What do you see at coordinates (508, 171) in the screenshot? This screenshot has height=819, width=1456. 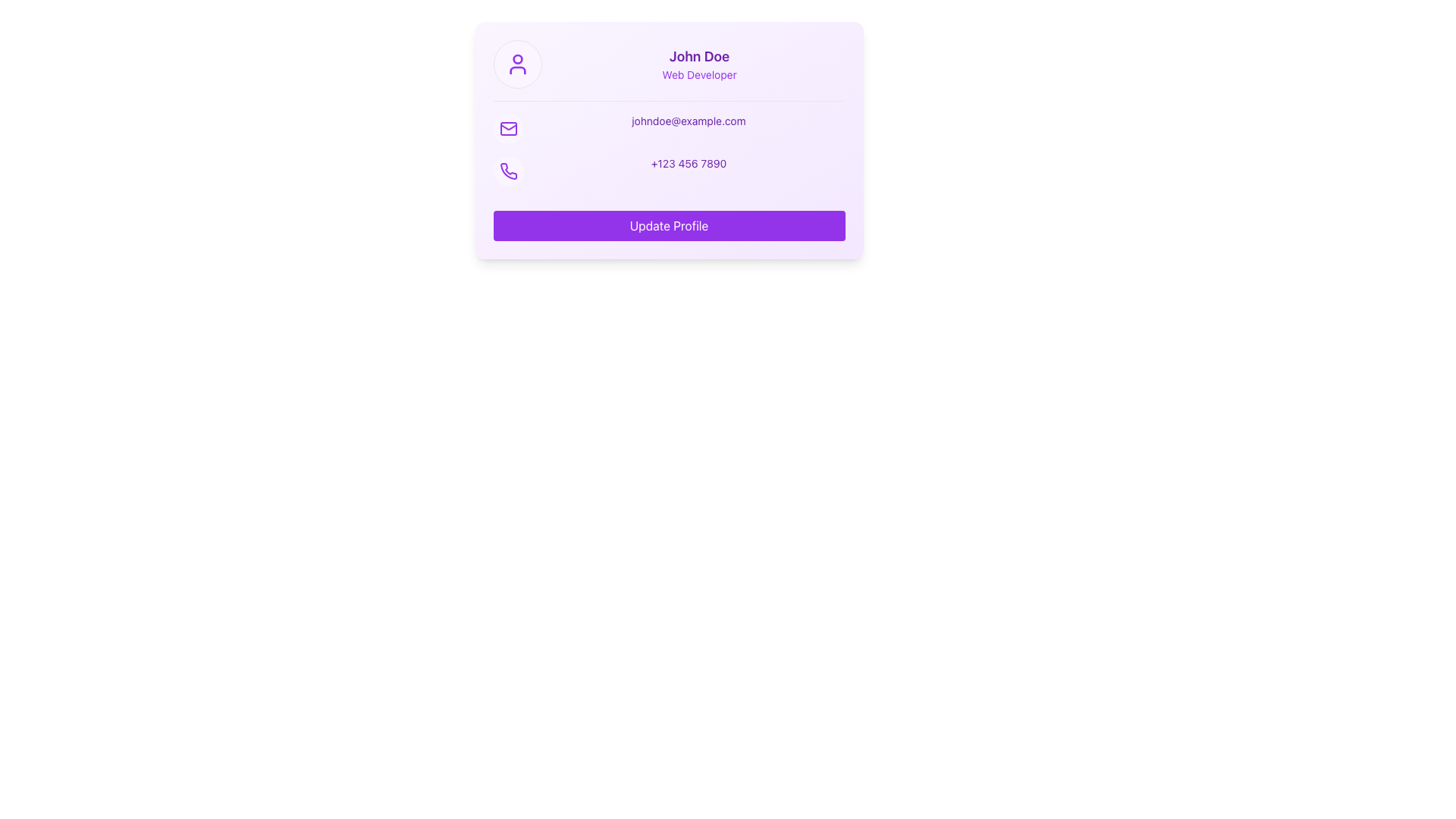 I see `the phone contact detail icon, which is visually represented and located to the left of the phone number '+123 456 7890'` at bounding box center [508, 171].